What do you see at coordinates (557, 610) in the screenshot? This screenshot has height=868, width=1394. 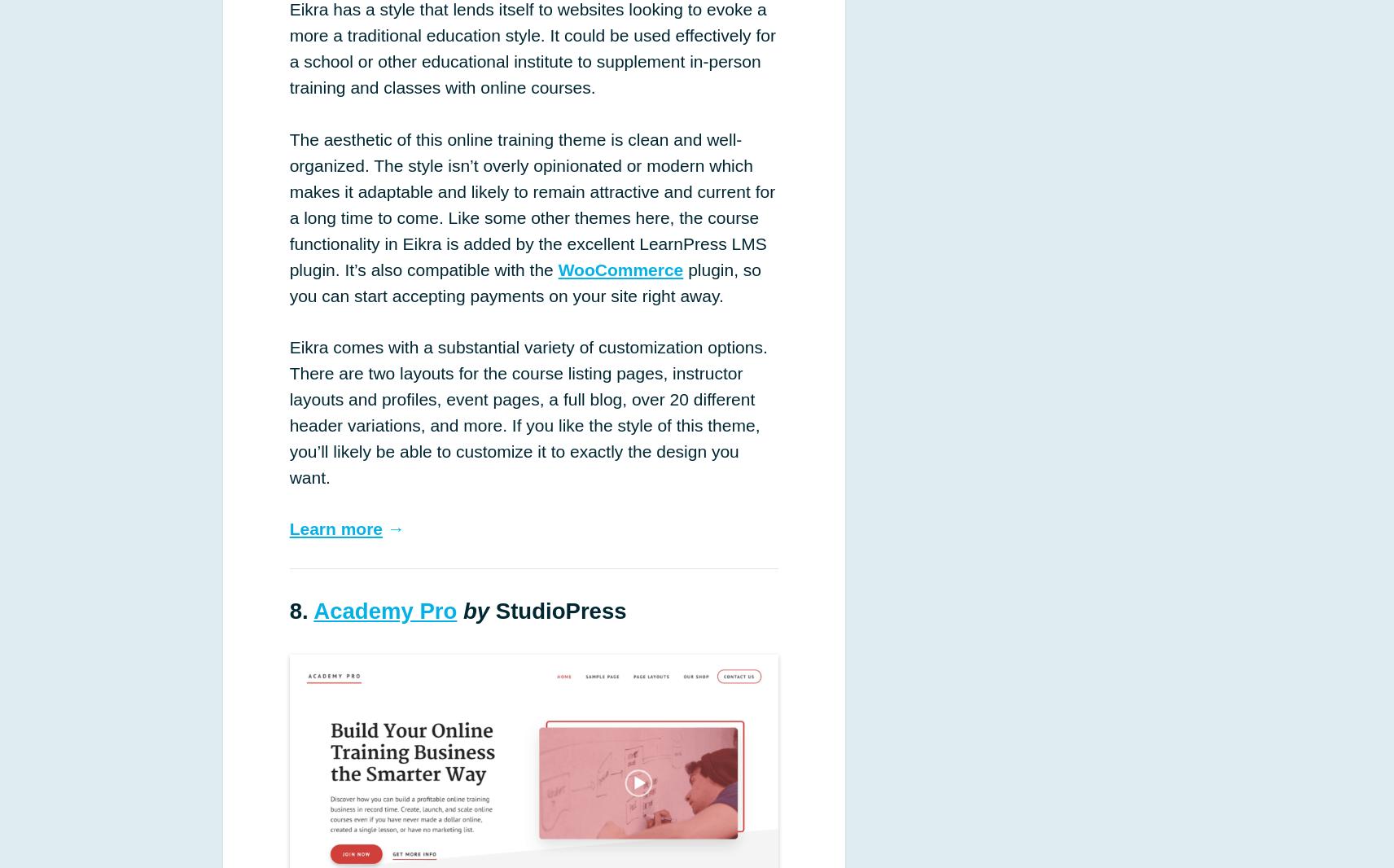 I see `'StudioPress'` at bounding box center [557, 610].